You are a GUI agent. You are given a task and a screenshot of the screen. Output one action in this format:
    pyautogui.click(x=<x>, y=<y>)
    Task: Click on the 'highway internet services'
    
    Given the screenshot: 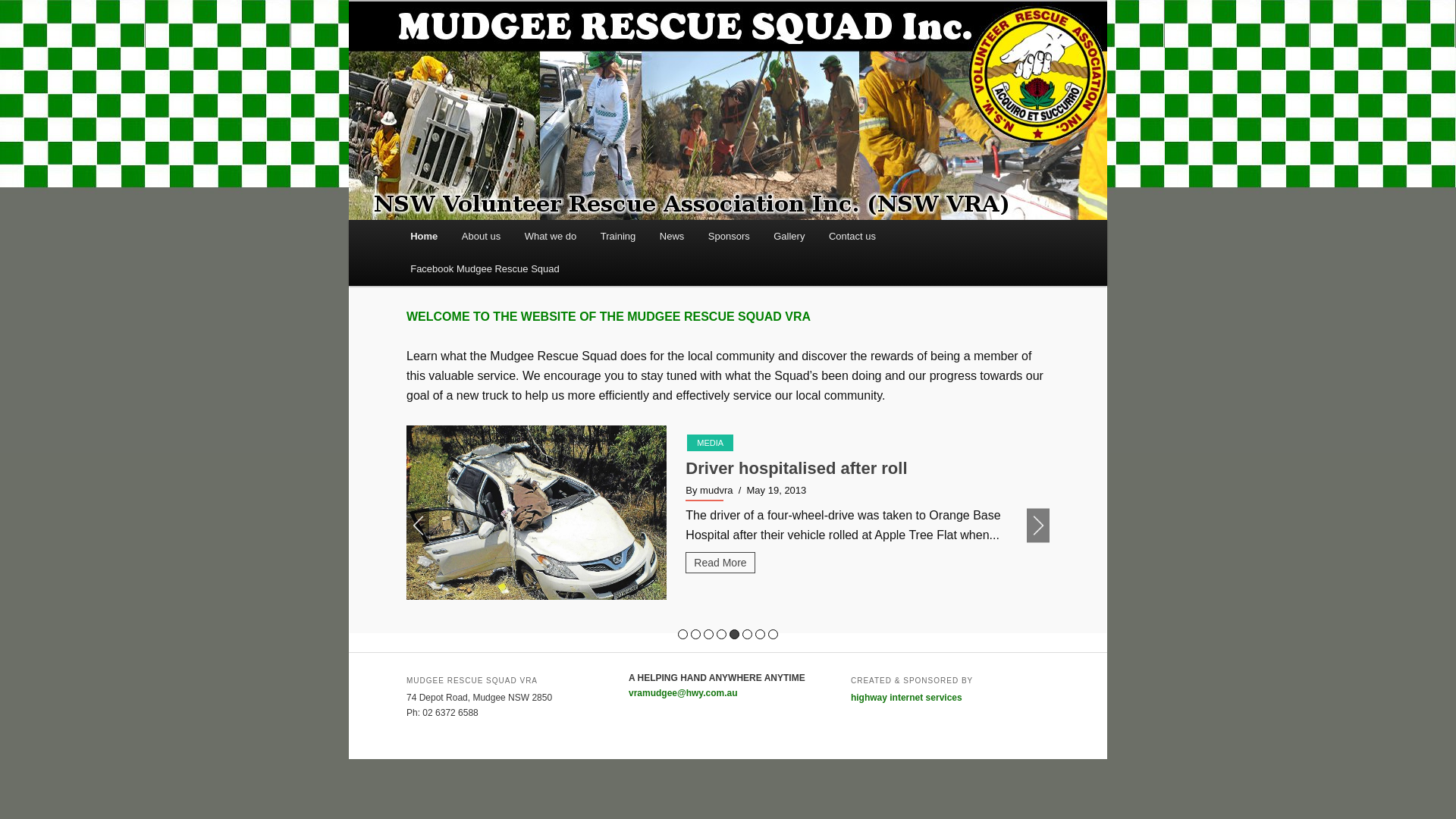 What is the action you would take?
    pyautogui.click(x=906, y=698)
    